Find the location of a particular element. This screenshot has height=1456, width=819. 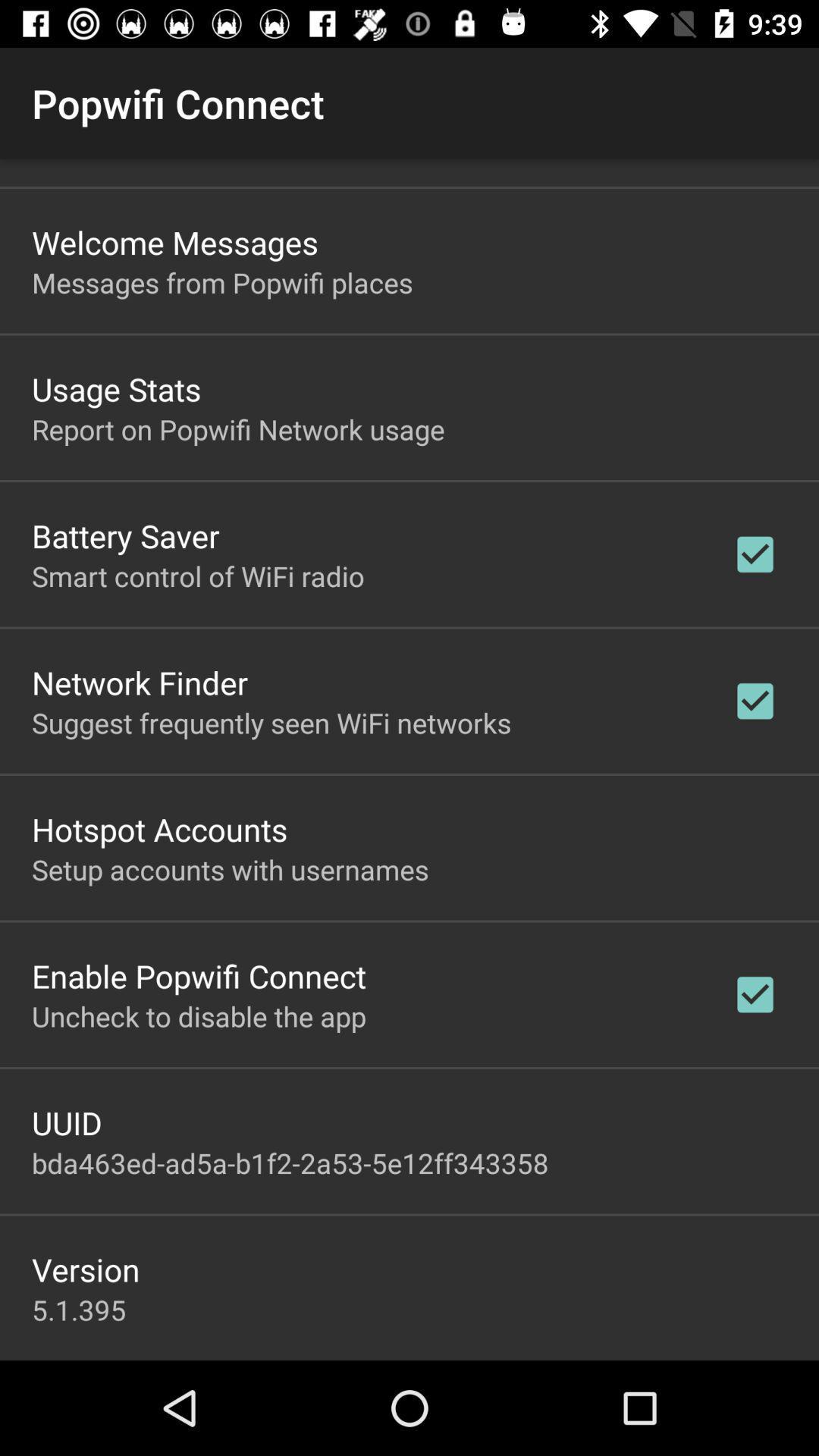

the item above network finder item is located at coordinates (197, 575).